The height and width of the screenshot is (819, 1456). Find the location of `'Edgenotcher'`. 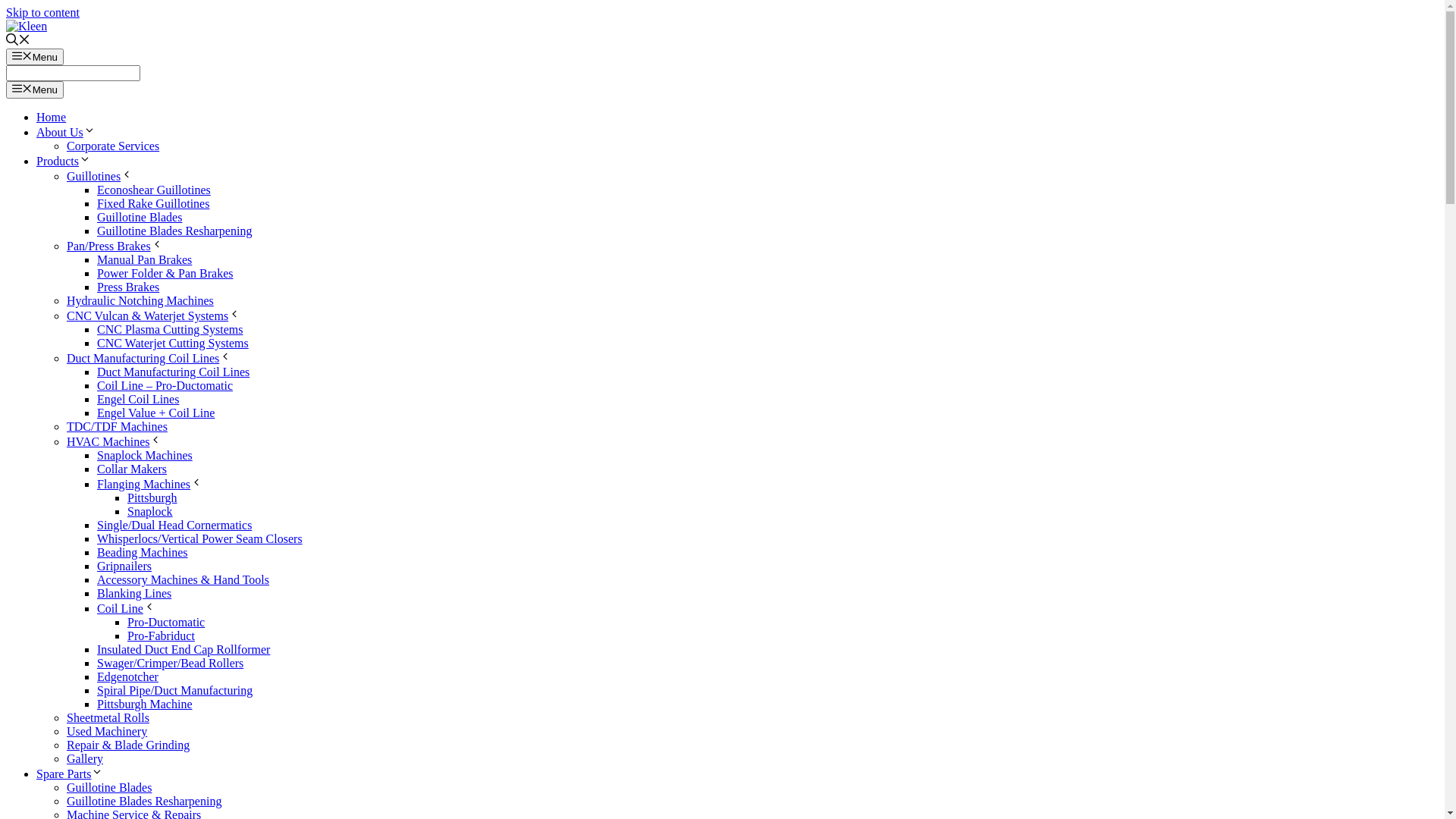

'Edgenotcher' is located at coordinates (96, 676).